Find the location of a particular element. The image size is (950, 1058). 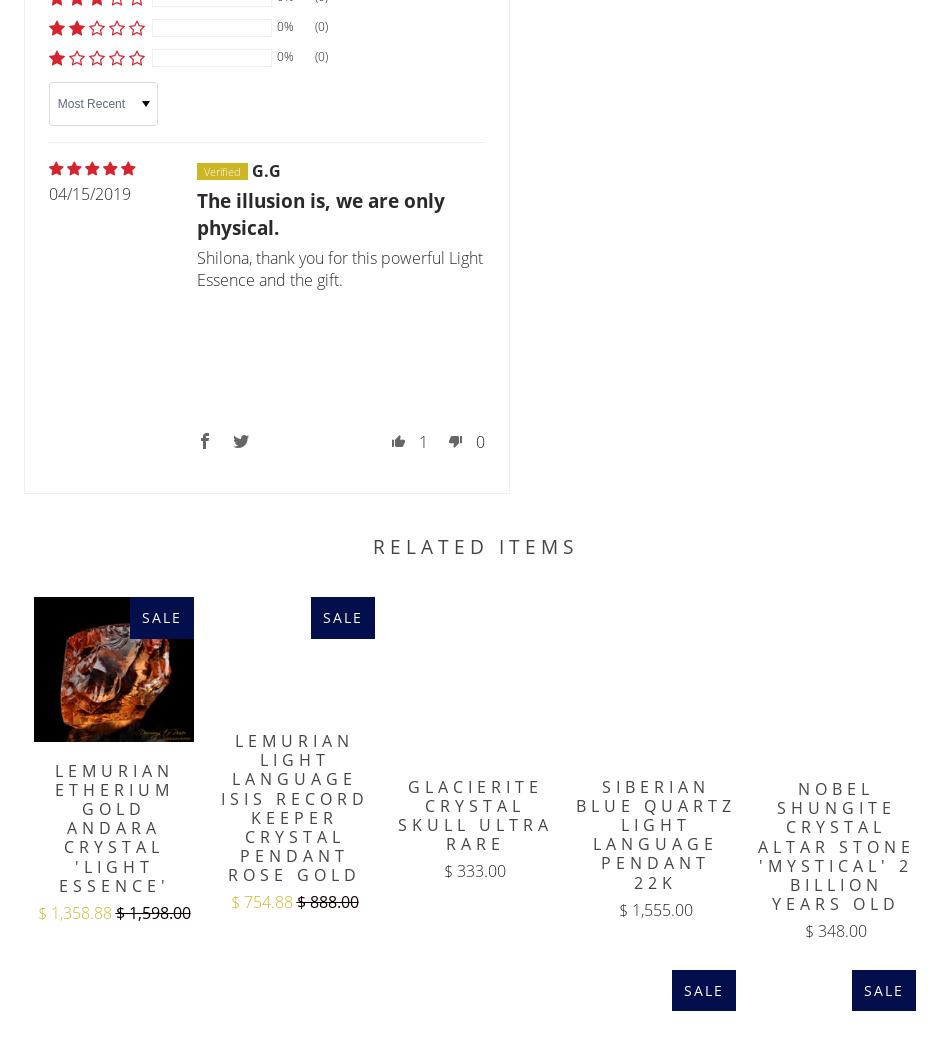

'04/15/2019' is located at coordinates (89, 192).